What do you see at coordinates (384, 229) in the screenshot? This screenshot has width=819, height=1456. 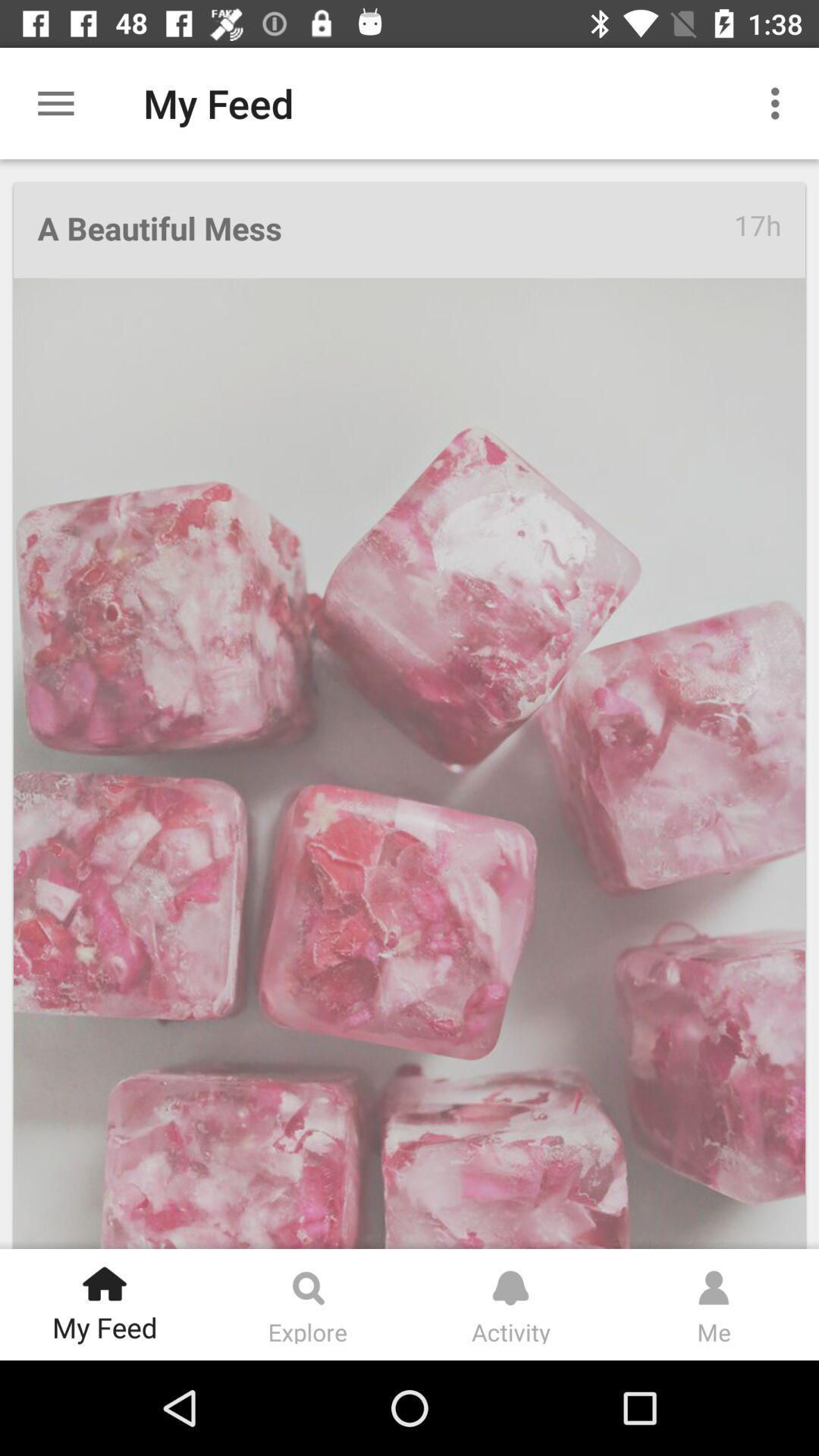 I see `item to the left of the 17h` at bounding box center [384, 229].